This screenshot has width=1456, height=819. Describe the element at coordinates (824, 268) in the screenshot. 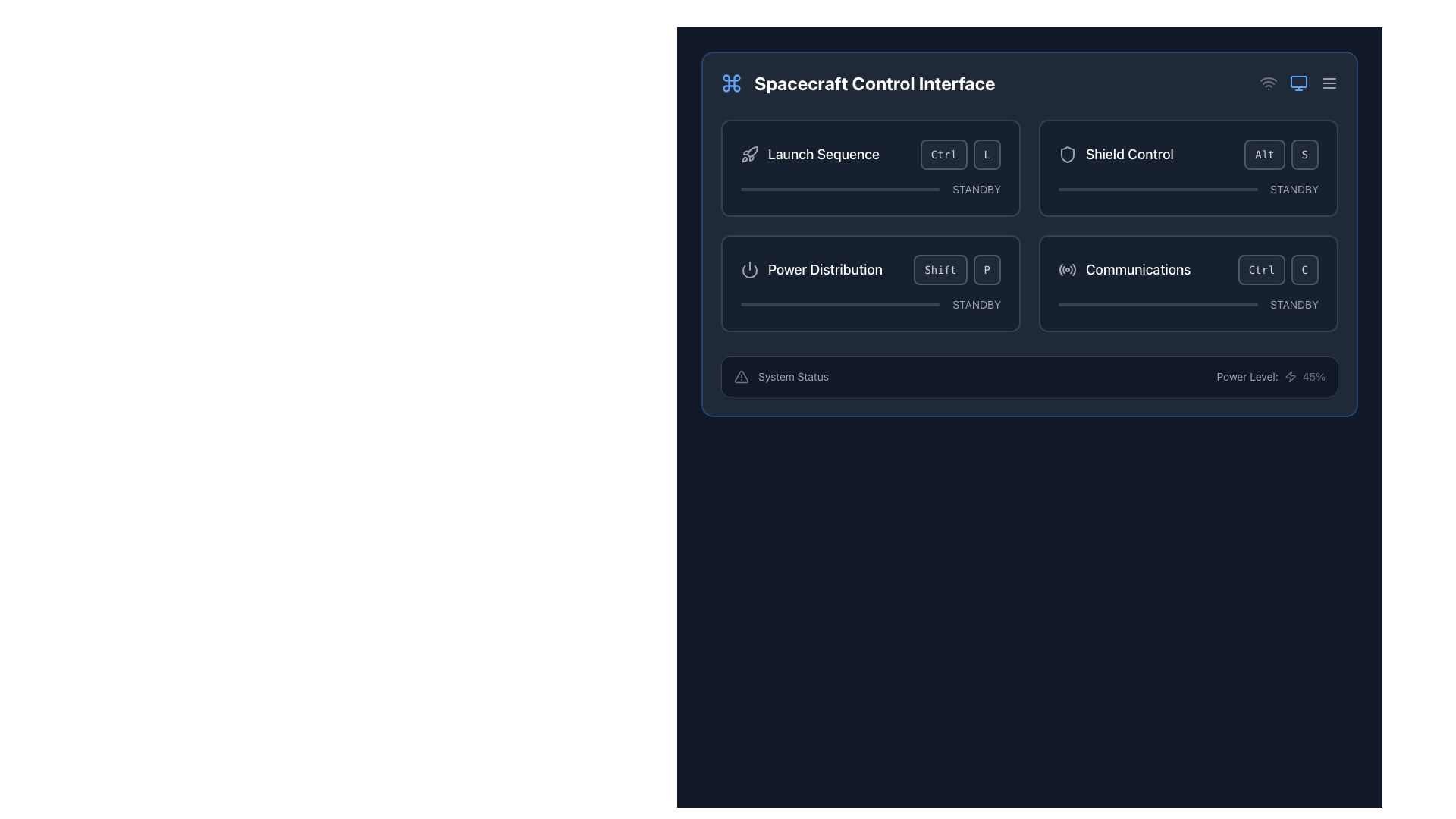

I see `the Text Label indicating the purpose of the section, located on the second row to the left of the 'Power Distribution' section and immediately to the right of the power icon` at that location.